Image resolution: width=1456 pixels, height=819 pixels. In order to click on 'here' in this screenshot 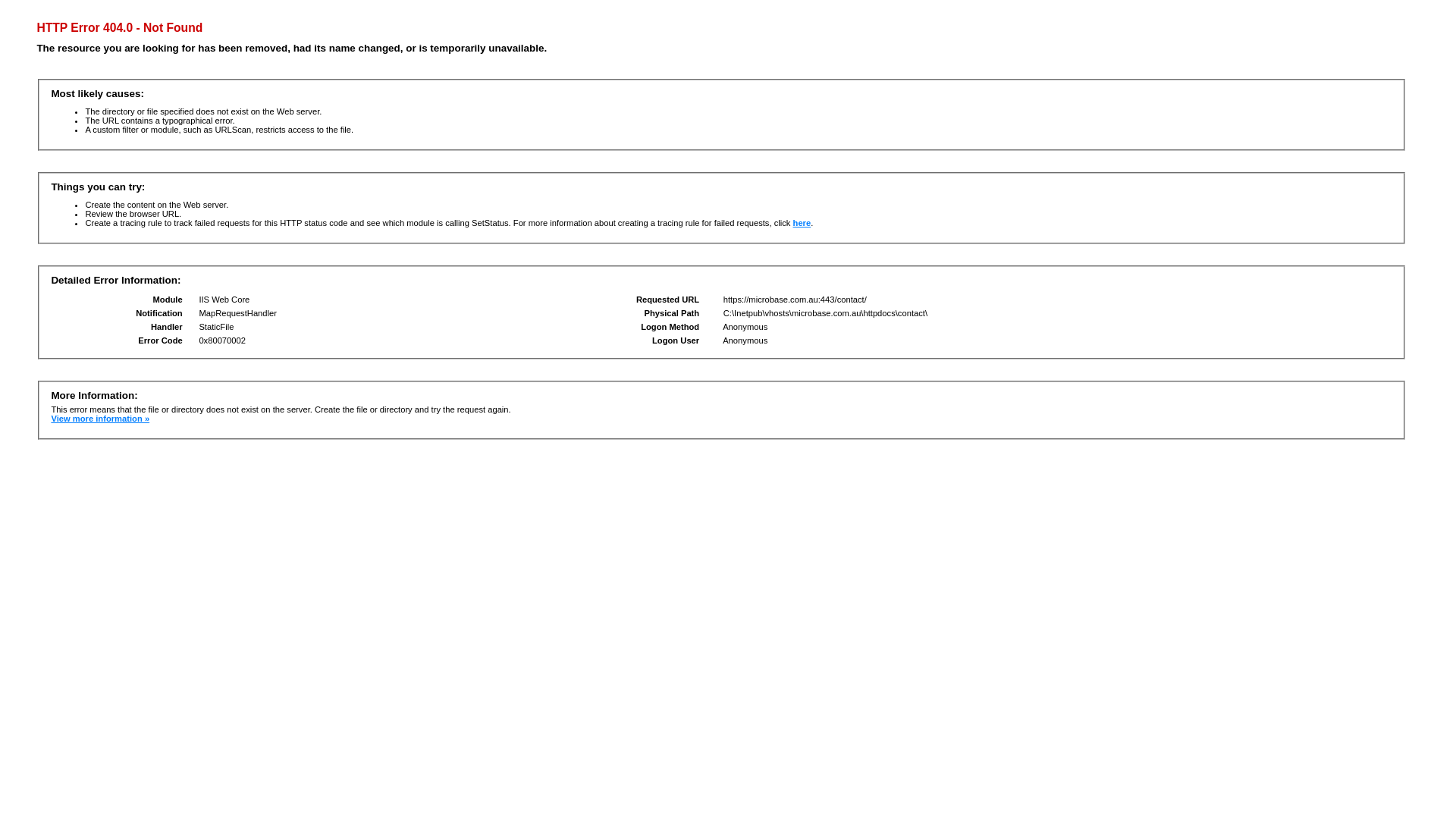, I will do `click(801, 222)`.